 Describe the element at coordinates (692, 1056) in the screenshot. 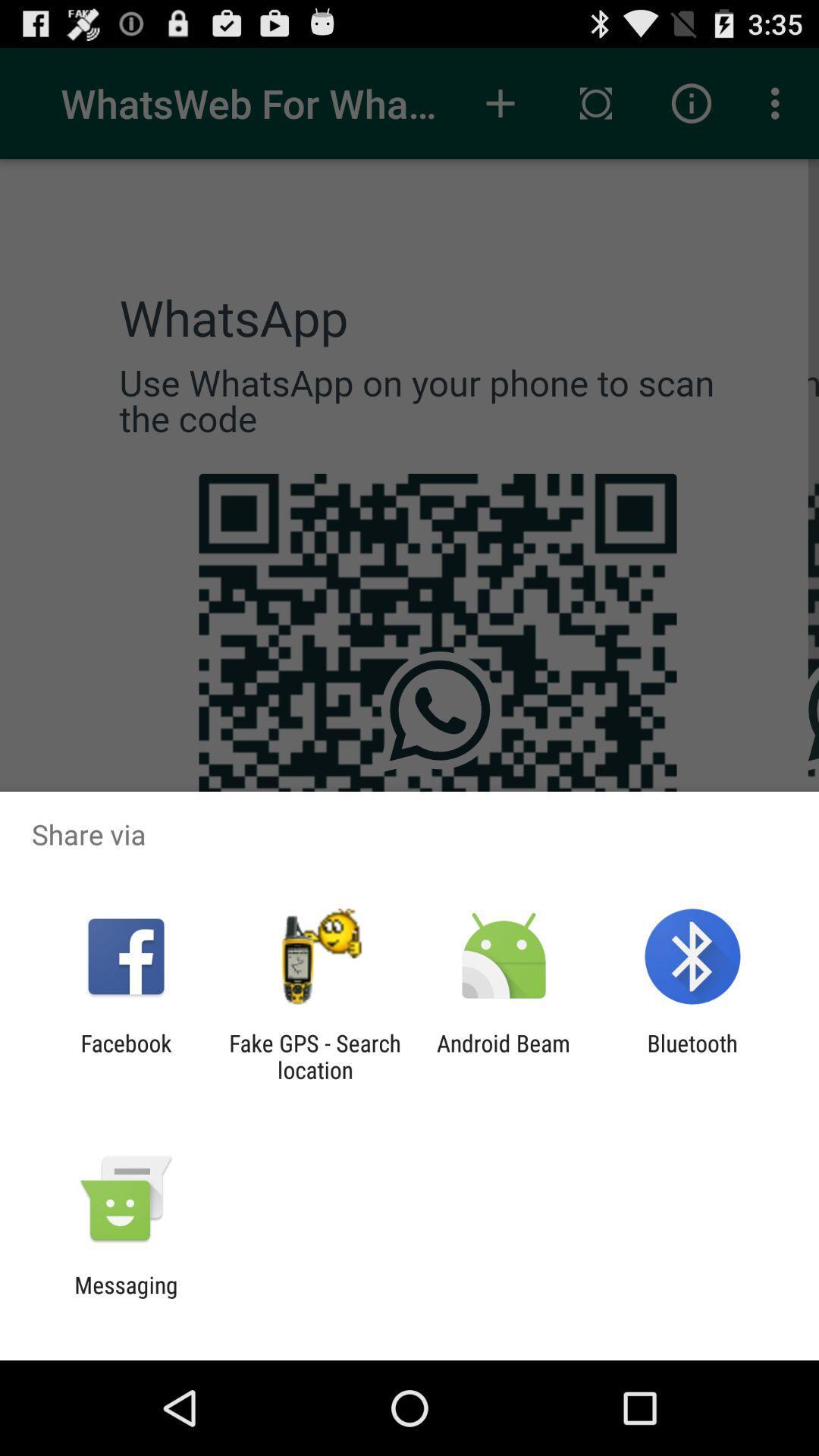

I see `icon next to android beam app` at that location.